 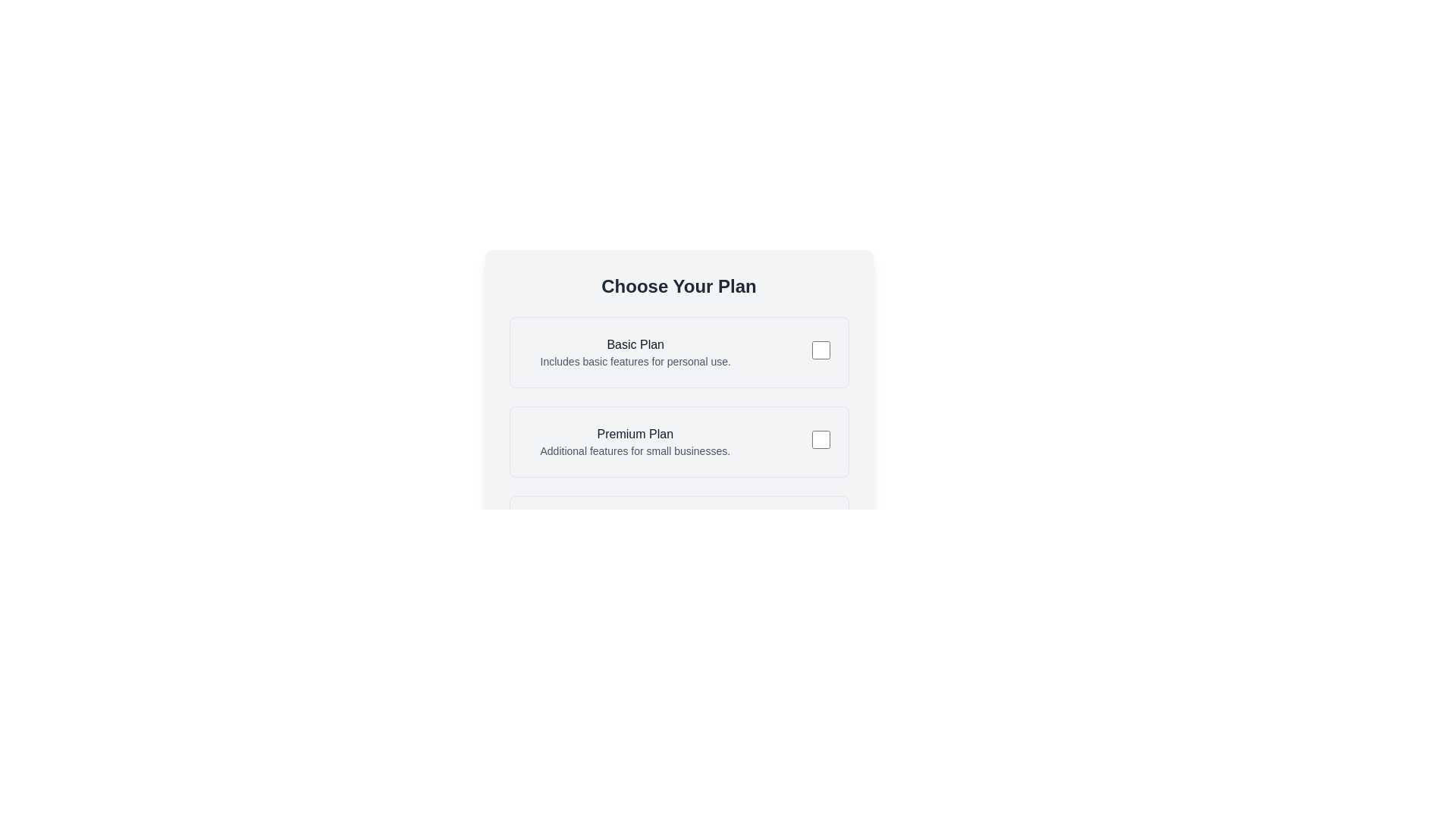 What do you see at coordinates (635, 450) in the screenshot?
I see `the descriptive subtitle text located directly below the 'Premium Plan' heading in the subscription selection interface` at bounding box center [635, 450].